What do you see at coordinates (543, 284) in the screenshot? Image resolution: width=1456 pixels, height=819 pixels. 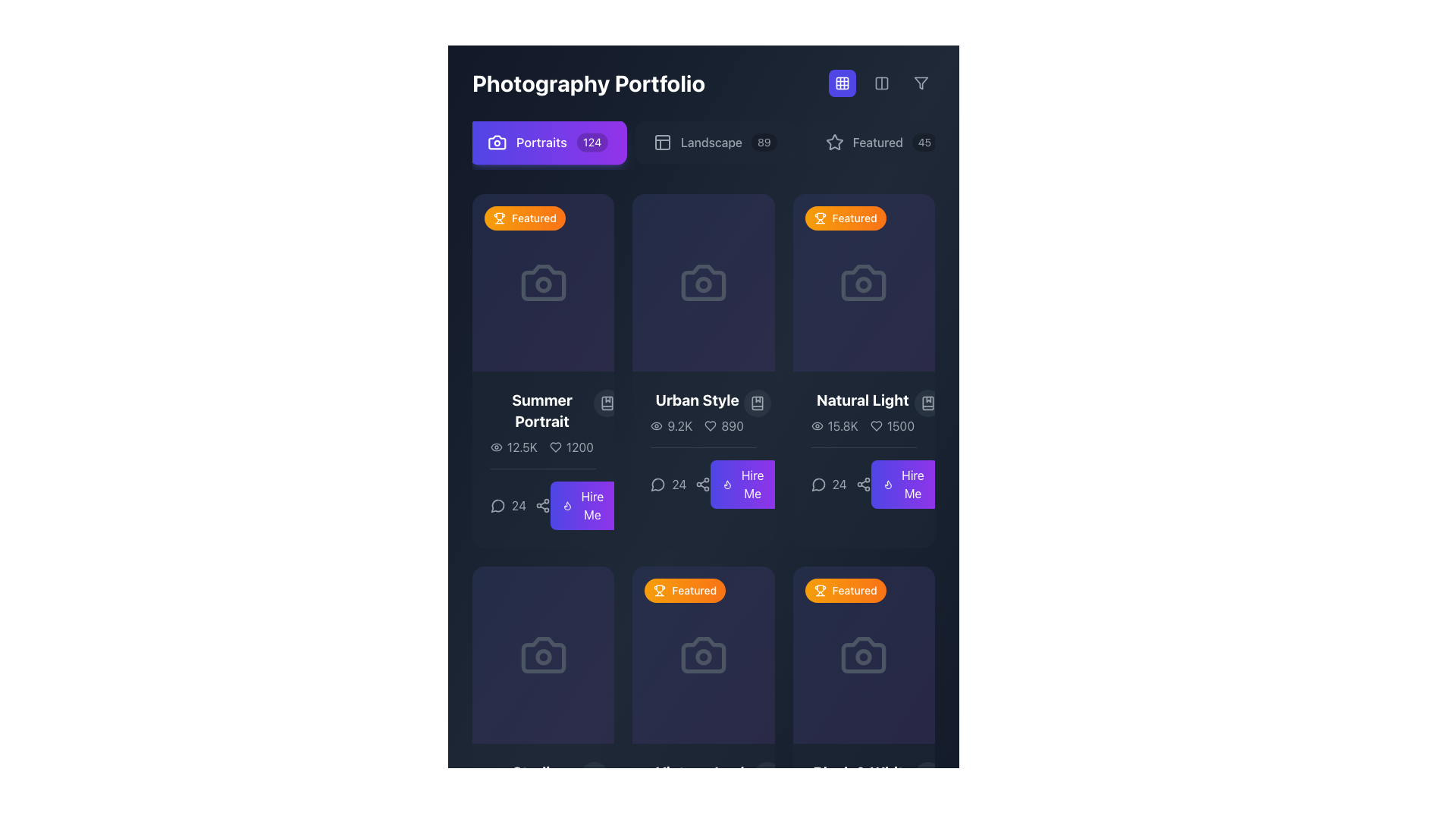 I see `the decorative graphic element located inside the camera icon within the 'Summer Portrait' card in the first column of the grid layout` at bounding box center [543, 284].